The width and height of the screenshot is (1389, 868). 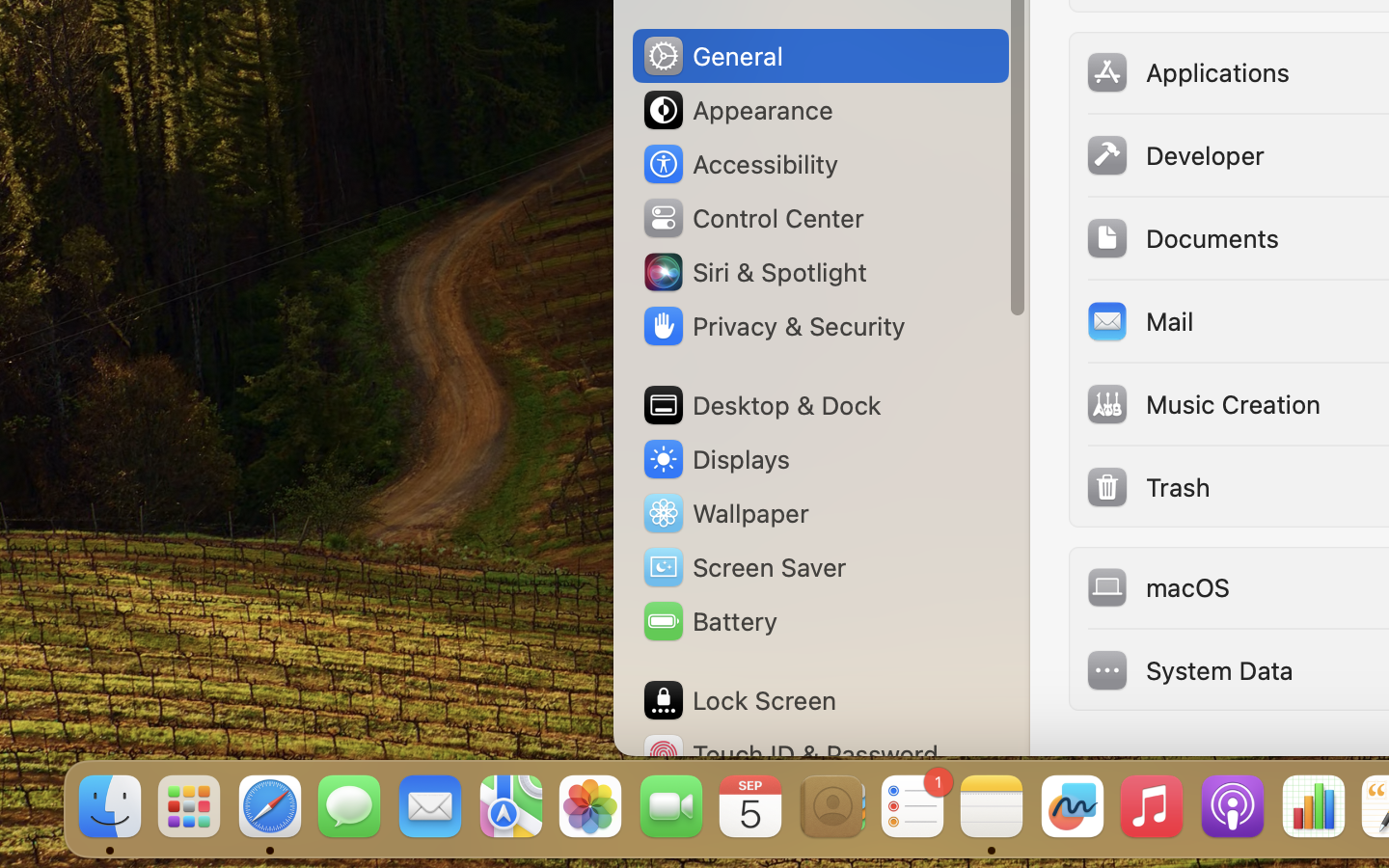 What do you see at coordinates (722, 511) in the screenshot?
I see `'Wallpaper'` at bounding box center [722, 511].